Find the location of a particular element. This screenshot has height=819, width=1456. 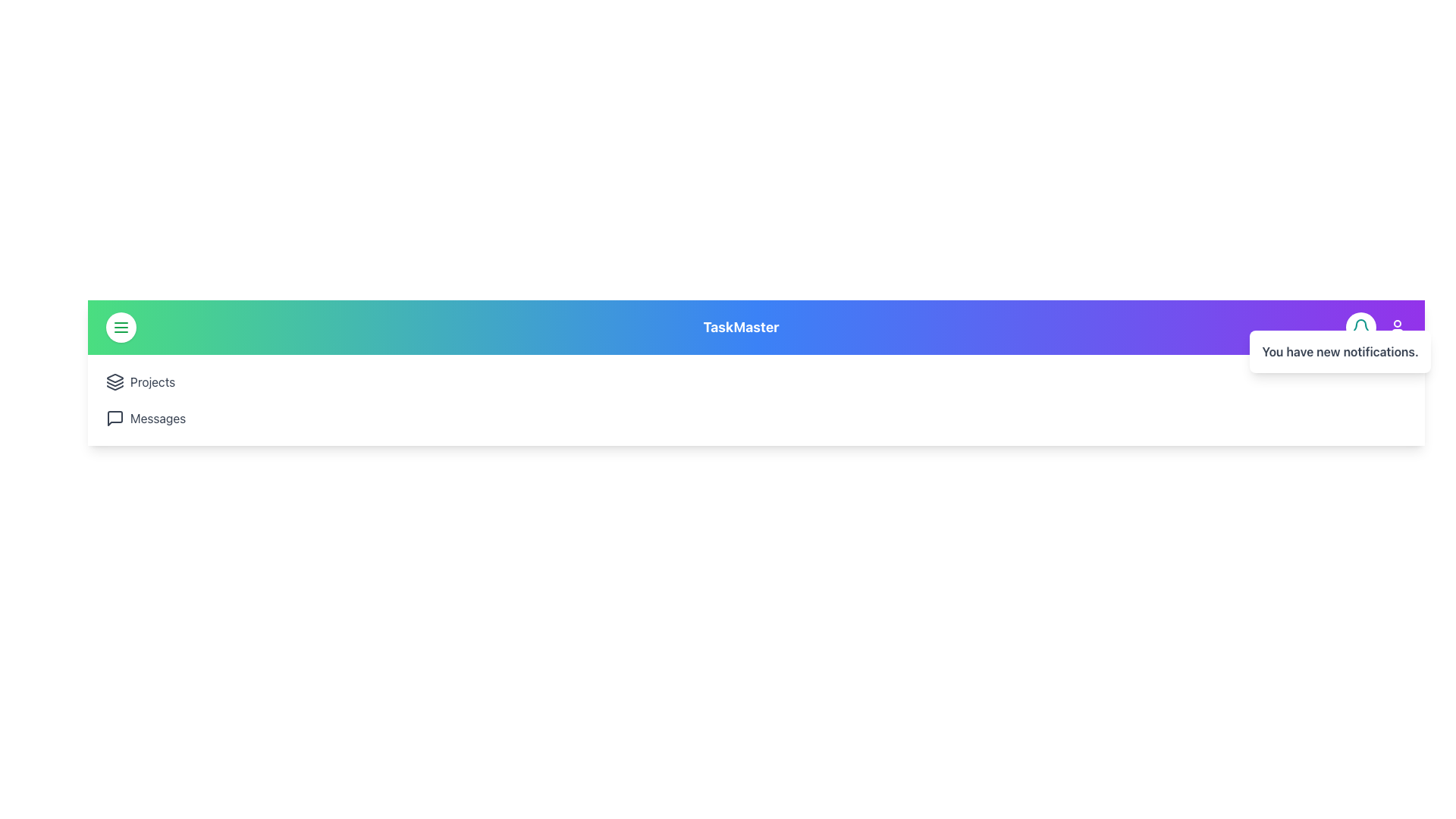

the text label located in the navigation sidebar, which is the second row below 'Projects' and to the right of the speech bubble icon is located at coordinates (158, 418).